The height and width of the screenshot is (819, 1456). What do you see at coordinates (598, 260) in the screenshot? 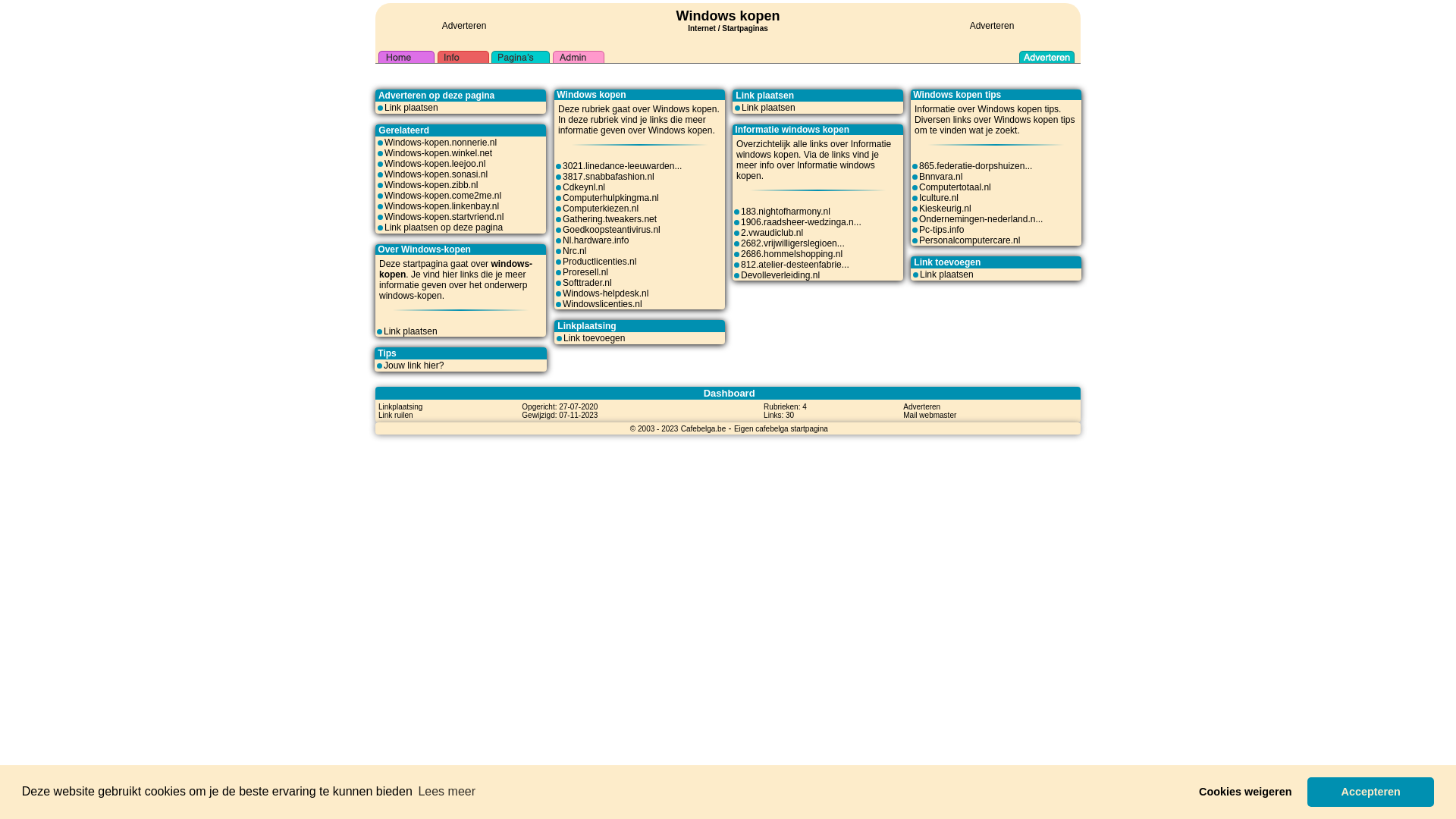
I see `'Productlicenties.nl'` at bounding box center [598, 260].